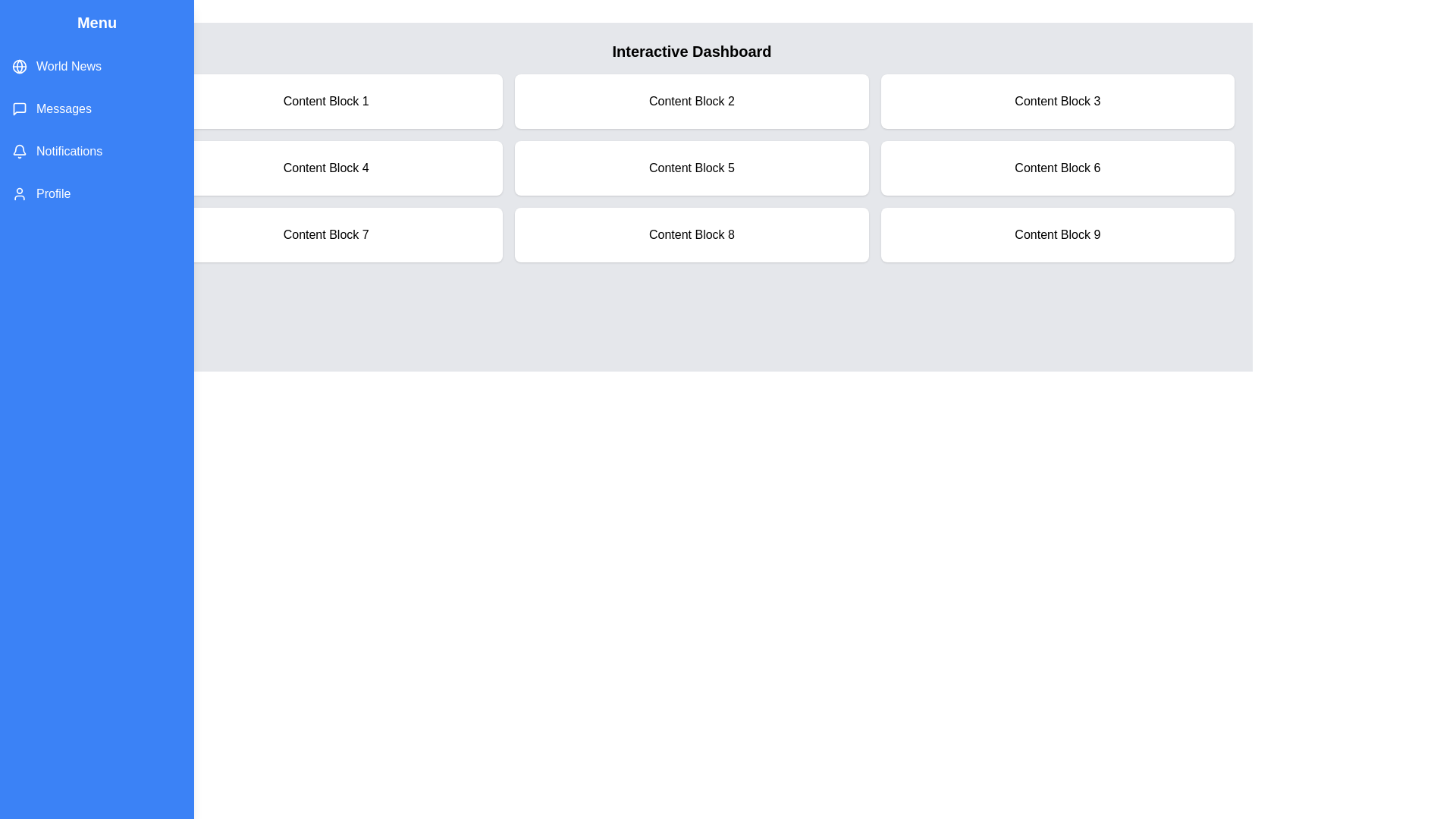 The height and width of the screenshot is (819, 1456). What do you see at coordinates (96, 152) in the screenshot?
I see `the menu item Notifications to highlight it` at bounding box center [96, 152].